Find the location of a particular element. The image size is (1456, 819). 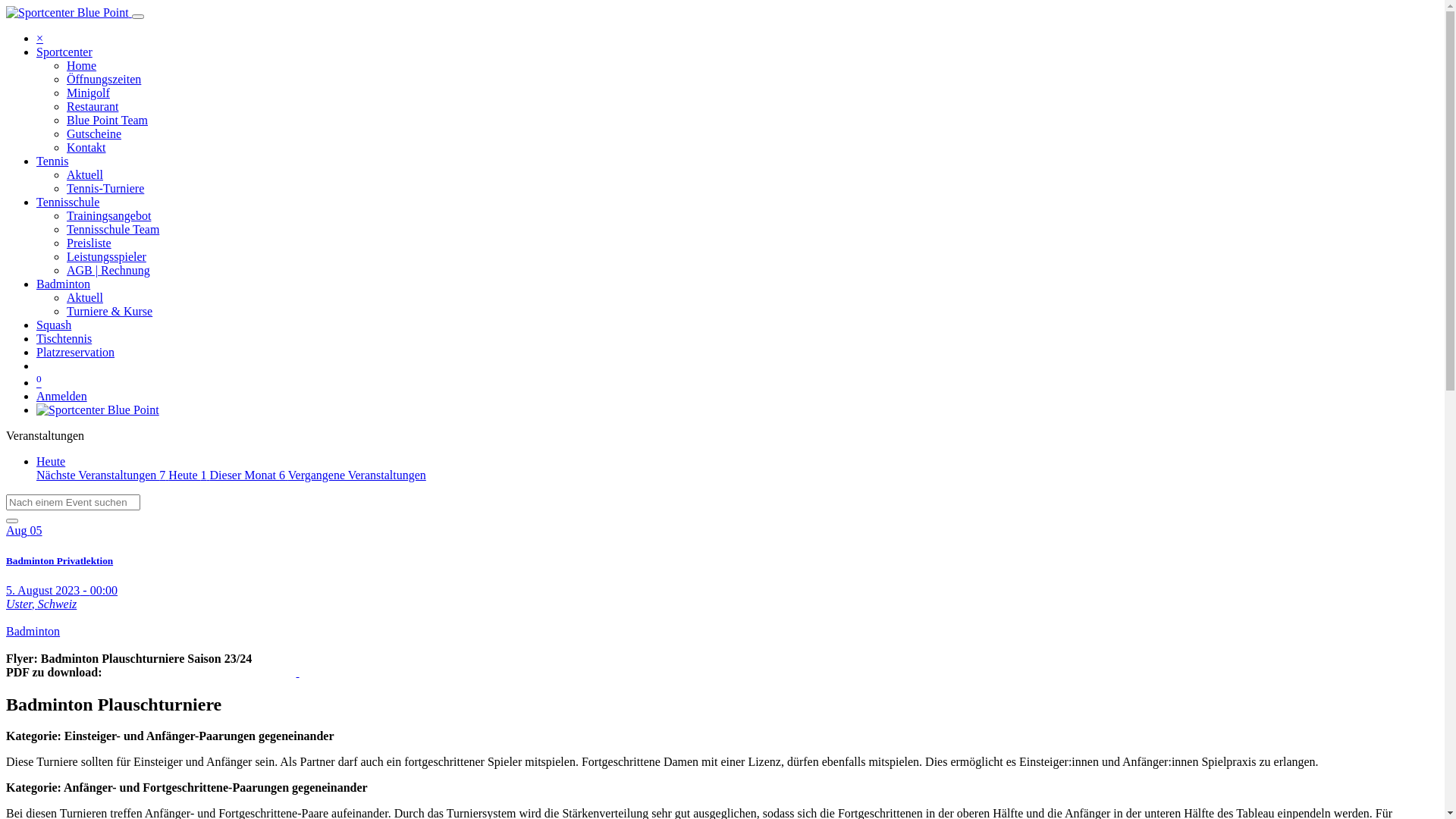

'Tennisschule' is located at coordinates (67, 201).